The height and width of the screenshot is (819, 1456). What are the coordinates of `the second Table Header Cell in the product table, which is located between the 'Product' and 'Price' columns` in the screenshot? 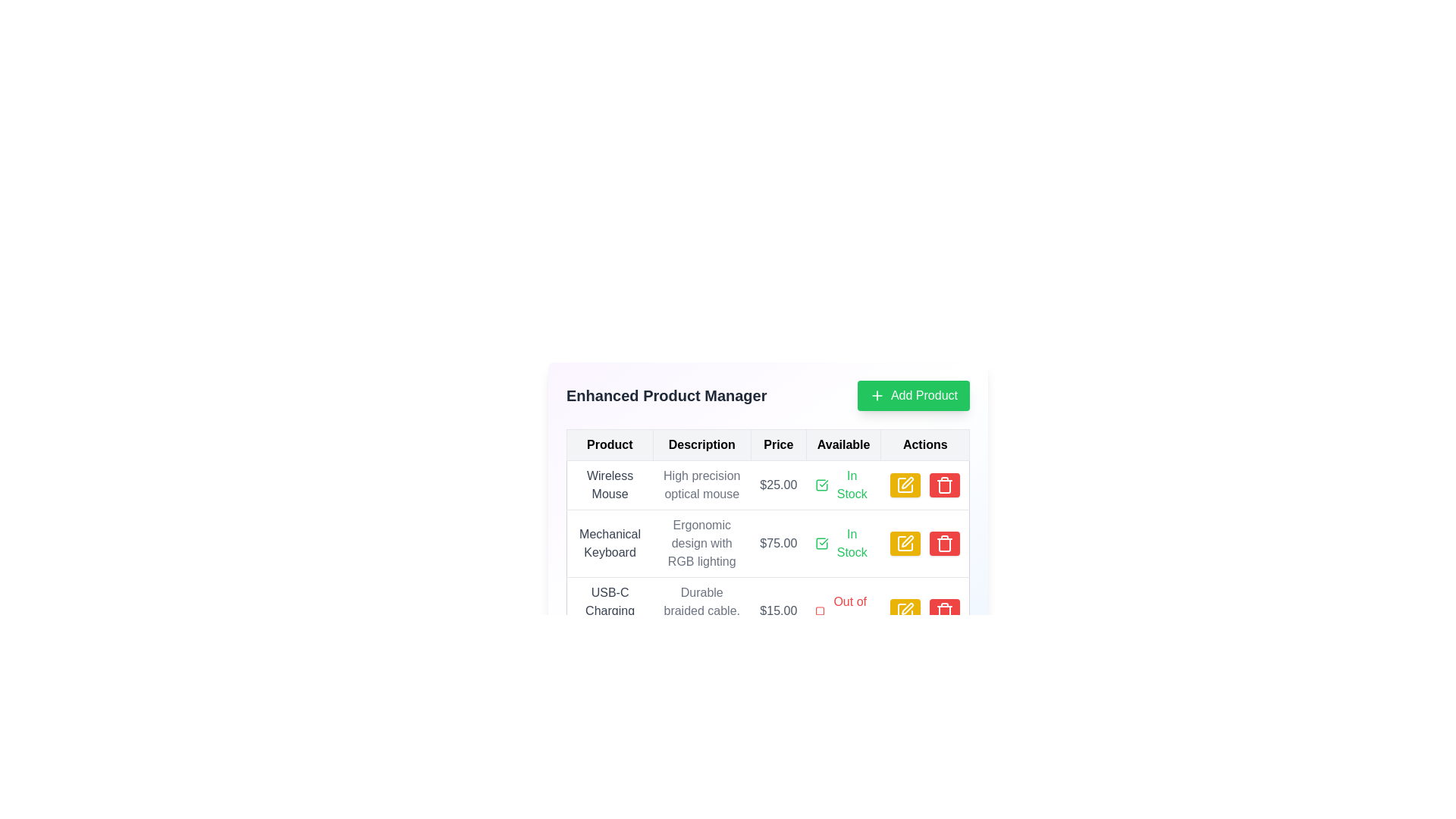 It's located at (701, 444).